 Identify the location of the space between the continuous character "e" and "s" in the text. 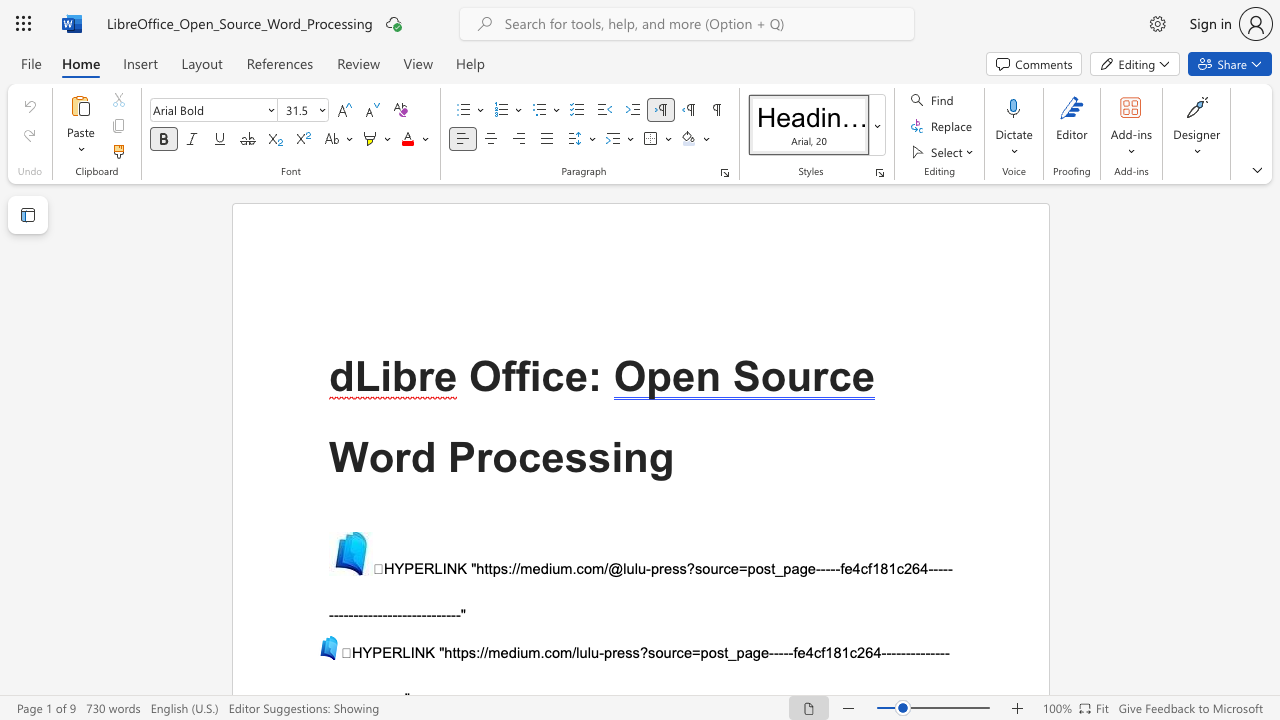
(563, 457).